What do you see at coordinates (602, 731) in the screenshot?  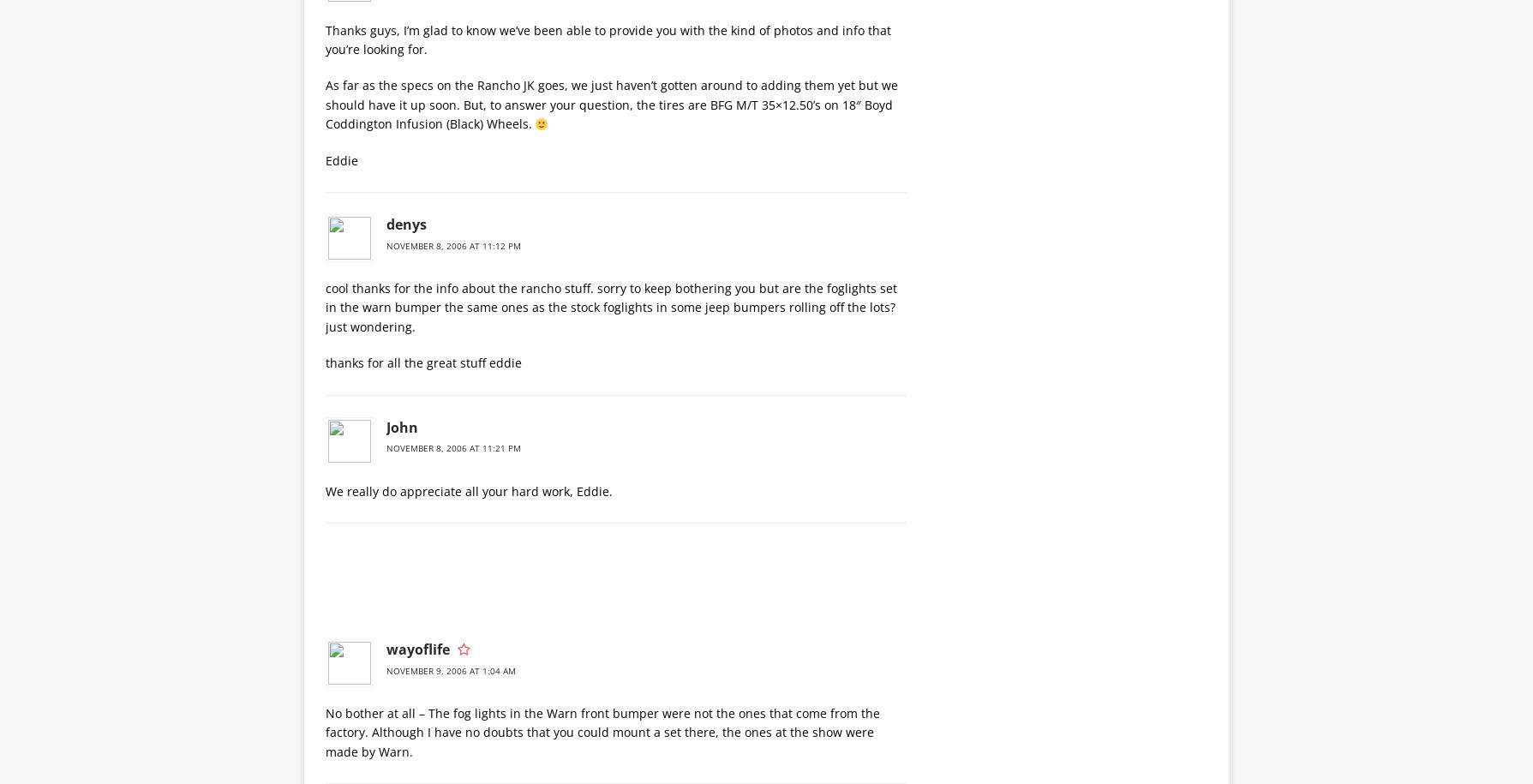 I see `'No bother at all – The fog lights in the Warn front bumper were not the ones that come from the factory.  Although I have no doubts that you could mount a set there, the ones at the show were made by Warn.'` at bounding box center [602, 731].